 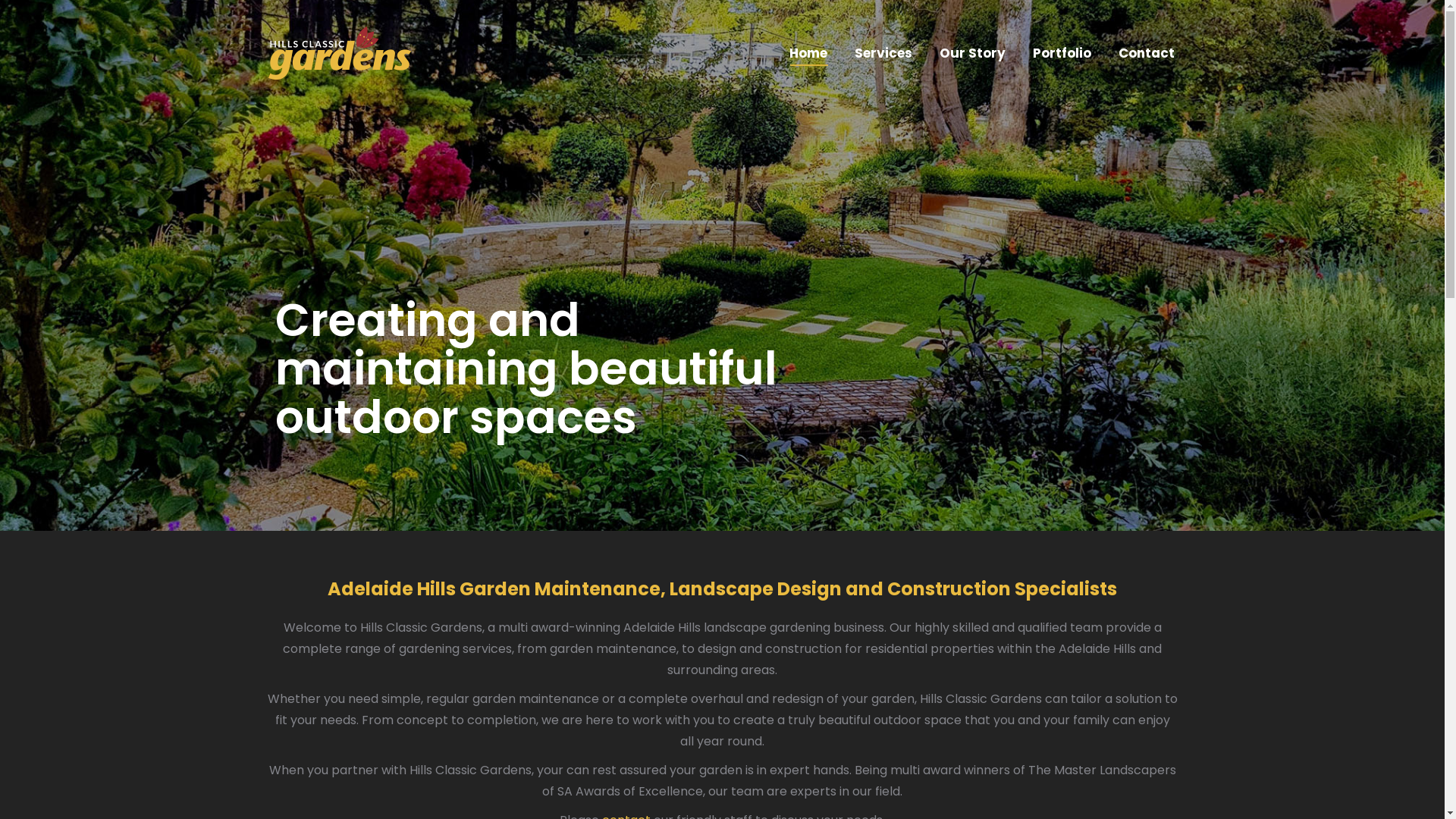 I want to click on 'Portfolio', so click(x=1030, y=52).